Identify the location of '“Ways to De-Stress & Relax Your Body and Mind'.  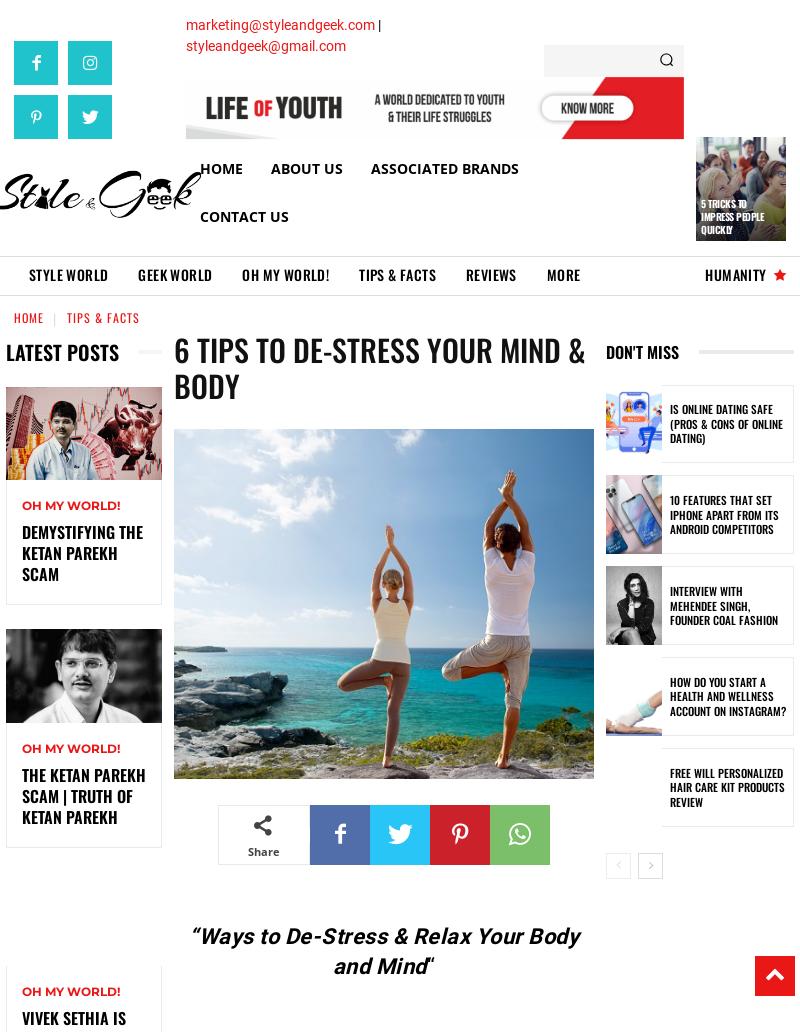
(383, 949).